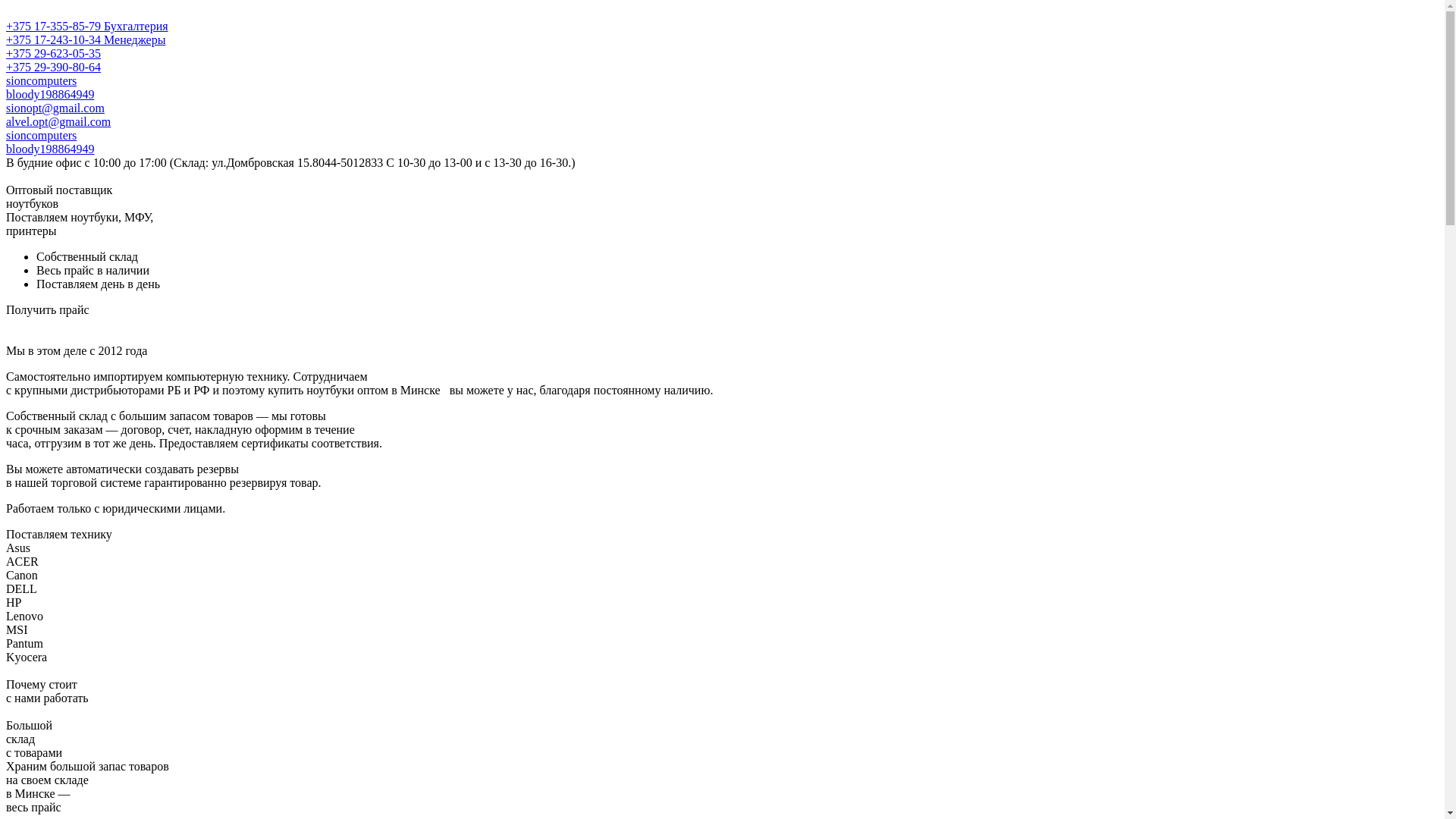 This screenshot has height=819, width=1456. Describe the element at coordinates (53, 66) in the screenshot. I see `'+375 29-390-80-64'` at that location.